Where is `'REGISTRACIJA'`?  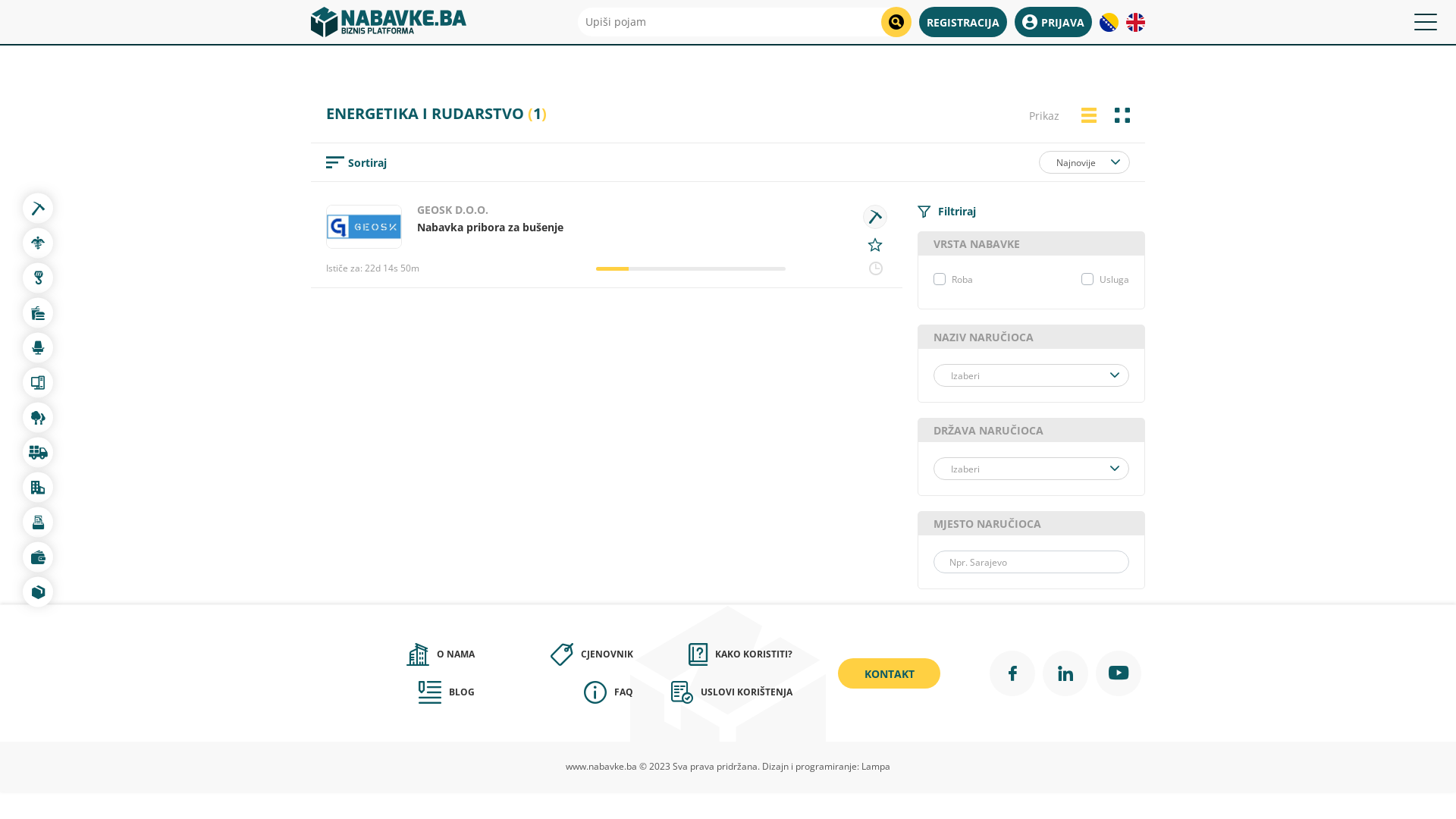
'REGISTRACIJA' is located at coordinates (962, 22).